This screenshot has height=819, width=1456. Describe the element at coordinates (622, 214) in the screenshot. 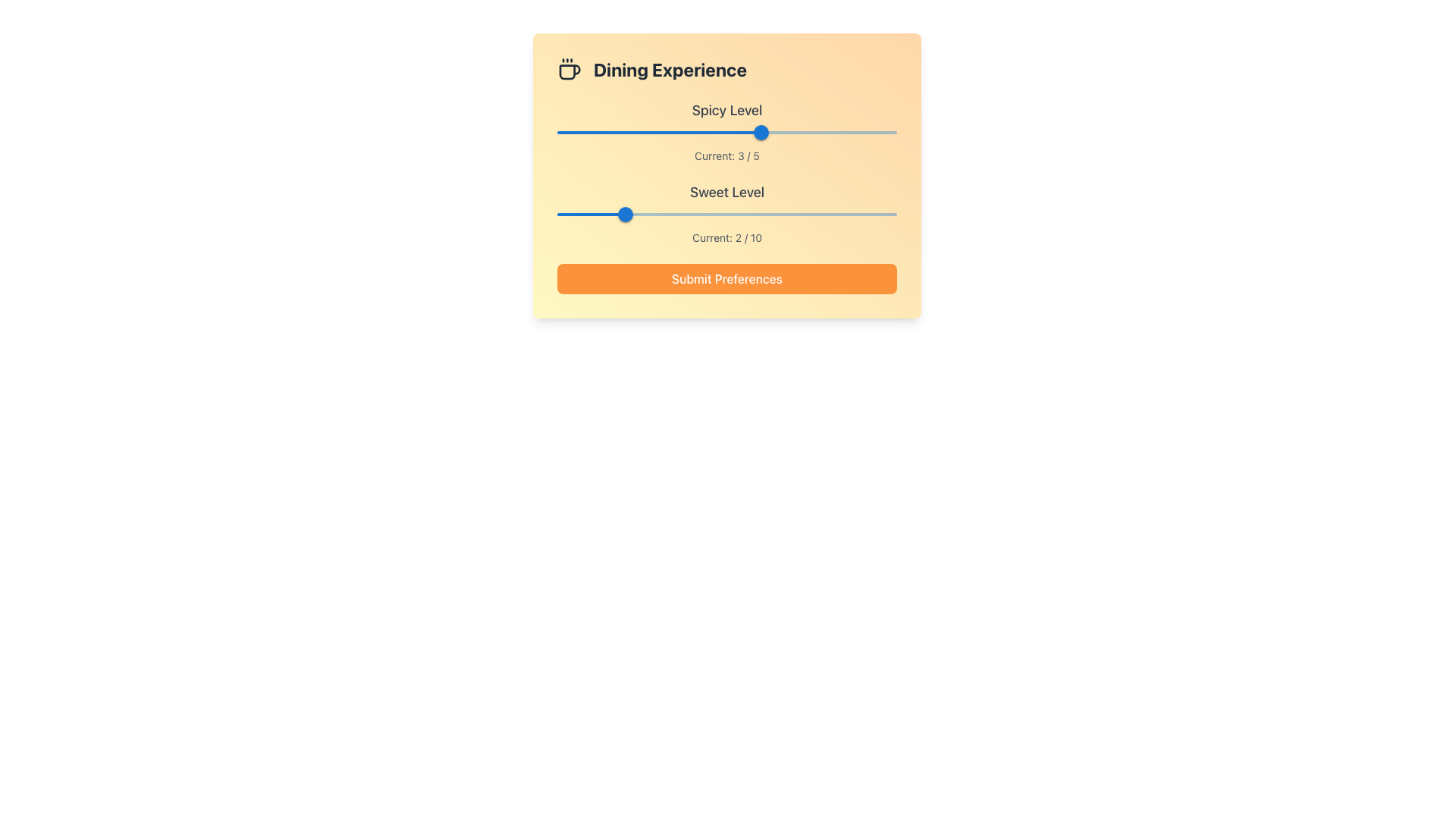

I see `slider` at that location.